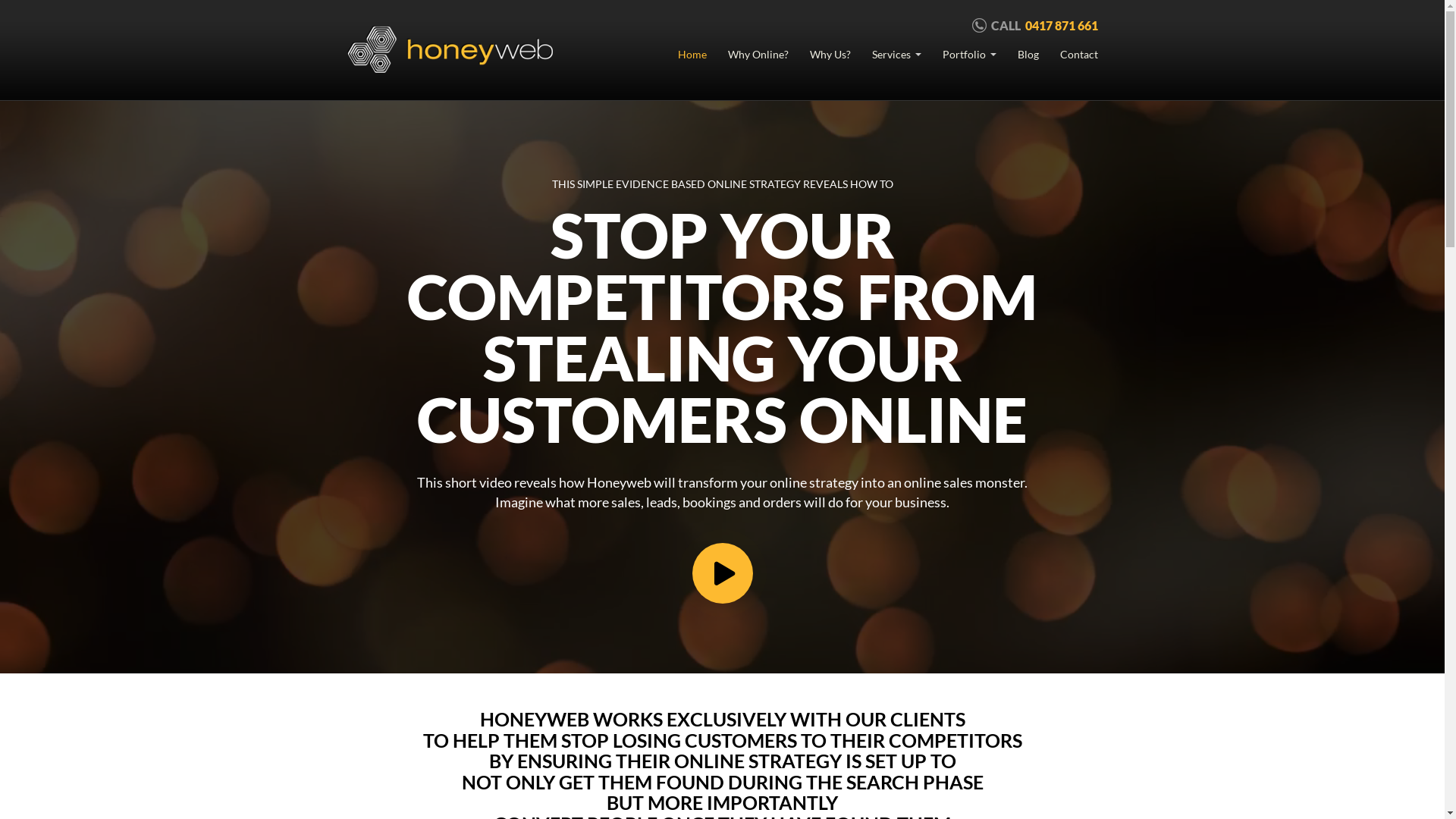 The image size is (1456, 819). What do you see at coordinates (872, 54) in the screenshot?
I see `'Services'` at bounding box center [872, 54].